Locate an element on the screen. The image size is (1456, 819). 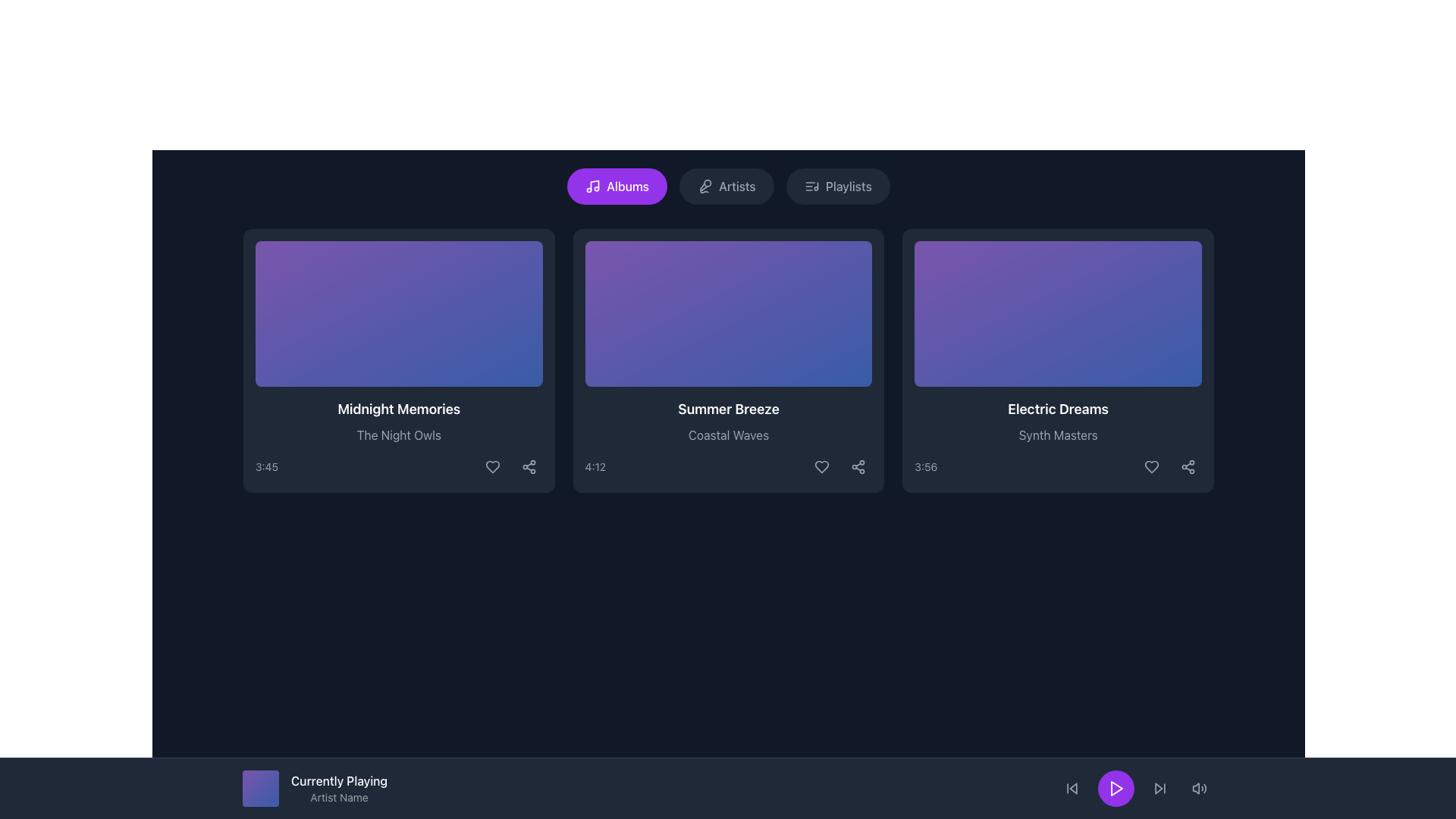
the heart icon outlined in gray, located at the bottom-right corner of the 'Summer Breeze' album card, to change its color to pink is located at coordinates (821, 466).